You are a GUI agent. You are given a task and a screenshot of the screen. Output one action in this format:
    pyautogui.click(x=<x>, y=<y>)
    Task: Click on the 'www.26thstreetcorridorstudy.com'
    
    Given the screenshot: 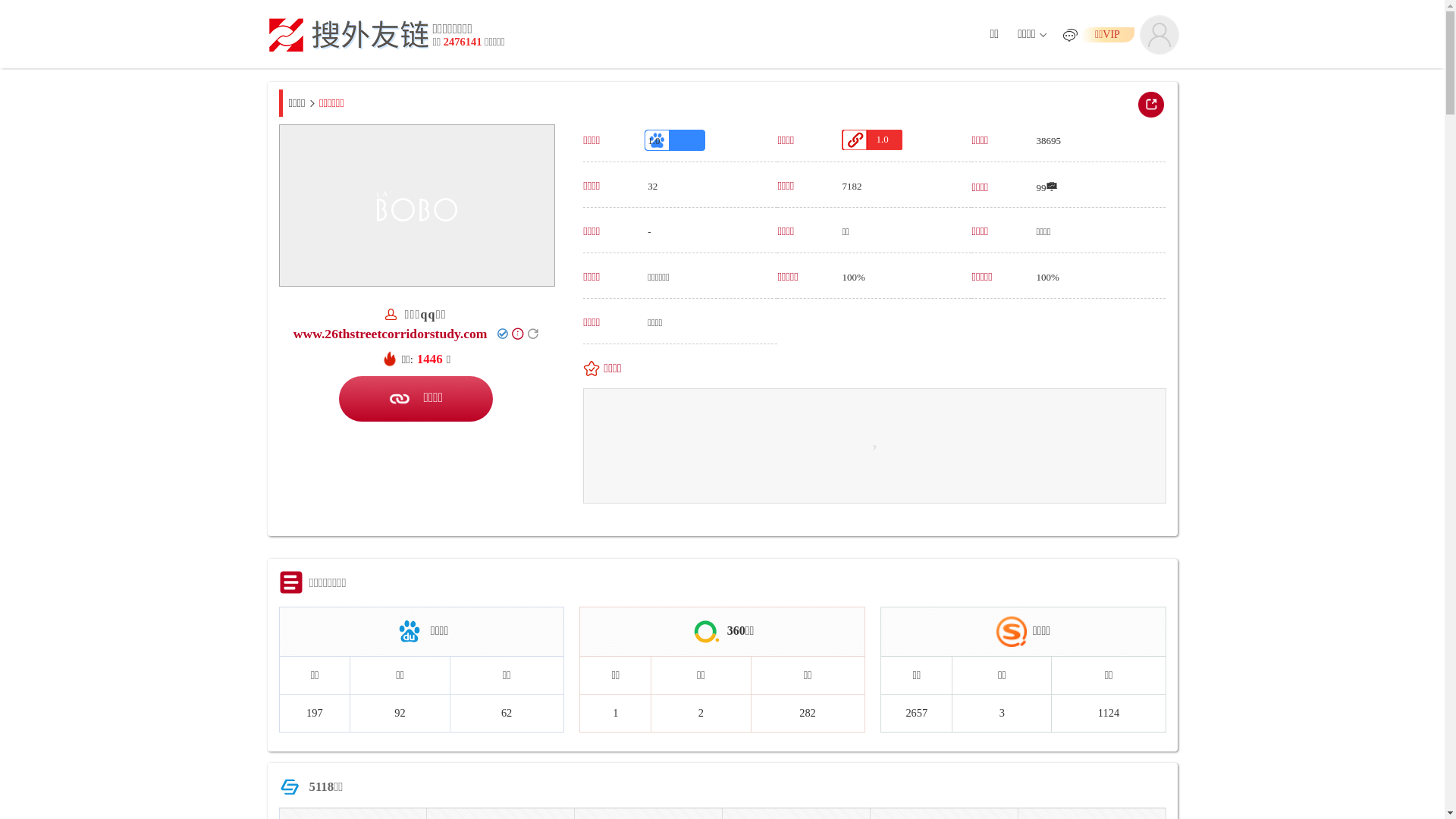 What is the action you would take?
    pyautogui.click(x=390, y=332)
    